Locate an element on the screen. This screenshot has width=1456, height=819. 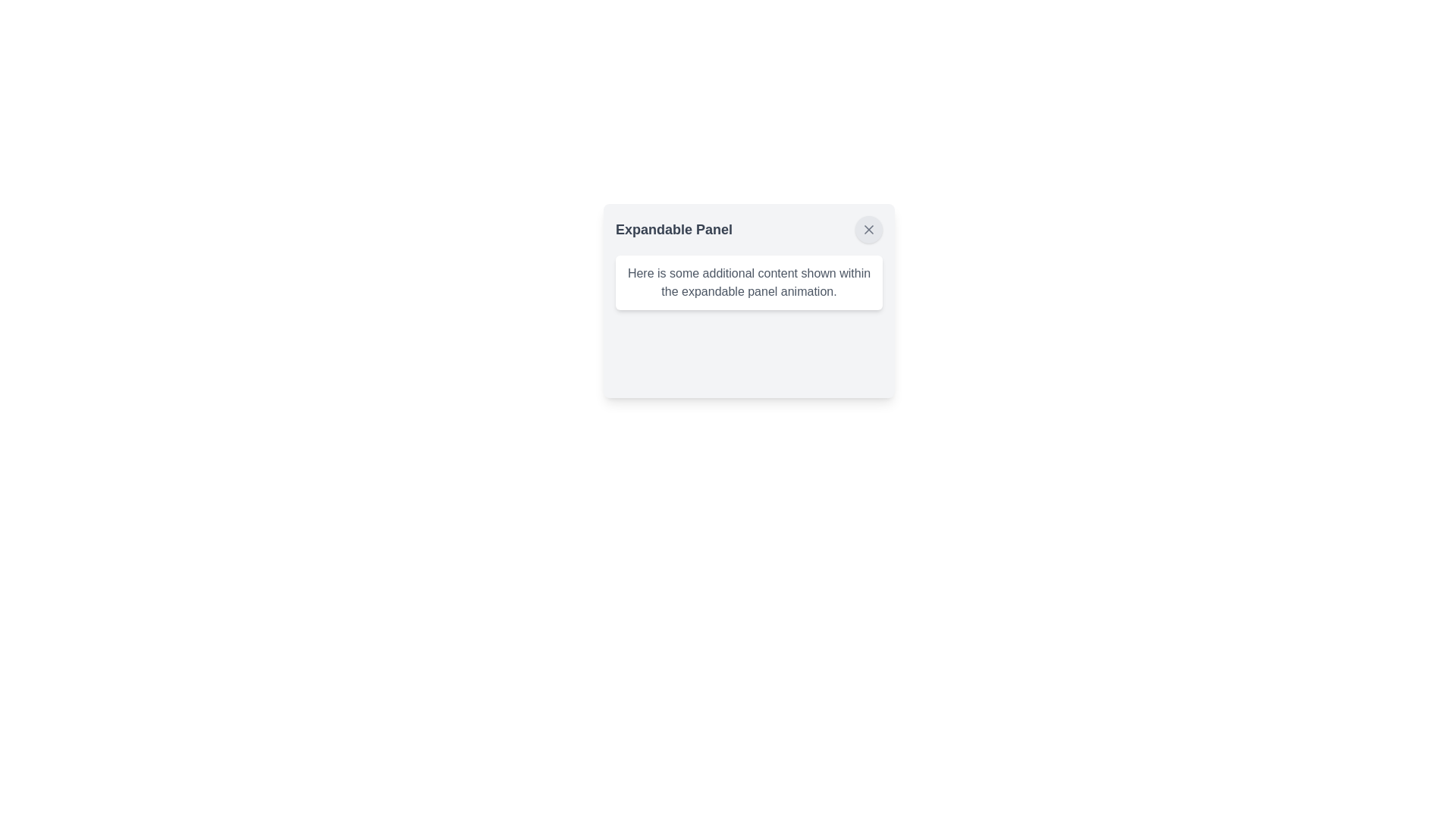
text content displayed in the light gray rectangular text block located below the title of the 'Expandable Panel' is located at coordinates (749, 283).